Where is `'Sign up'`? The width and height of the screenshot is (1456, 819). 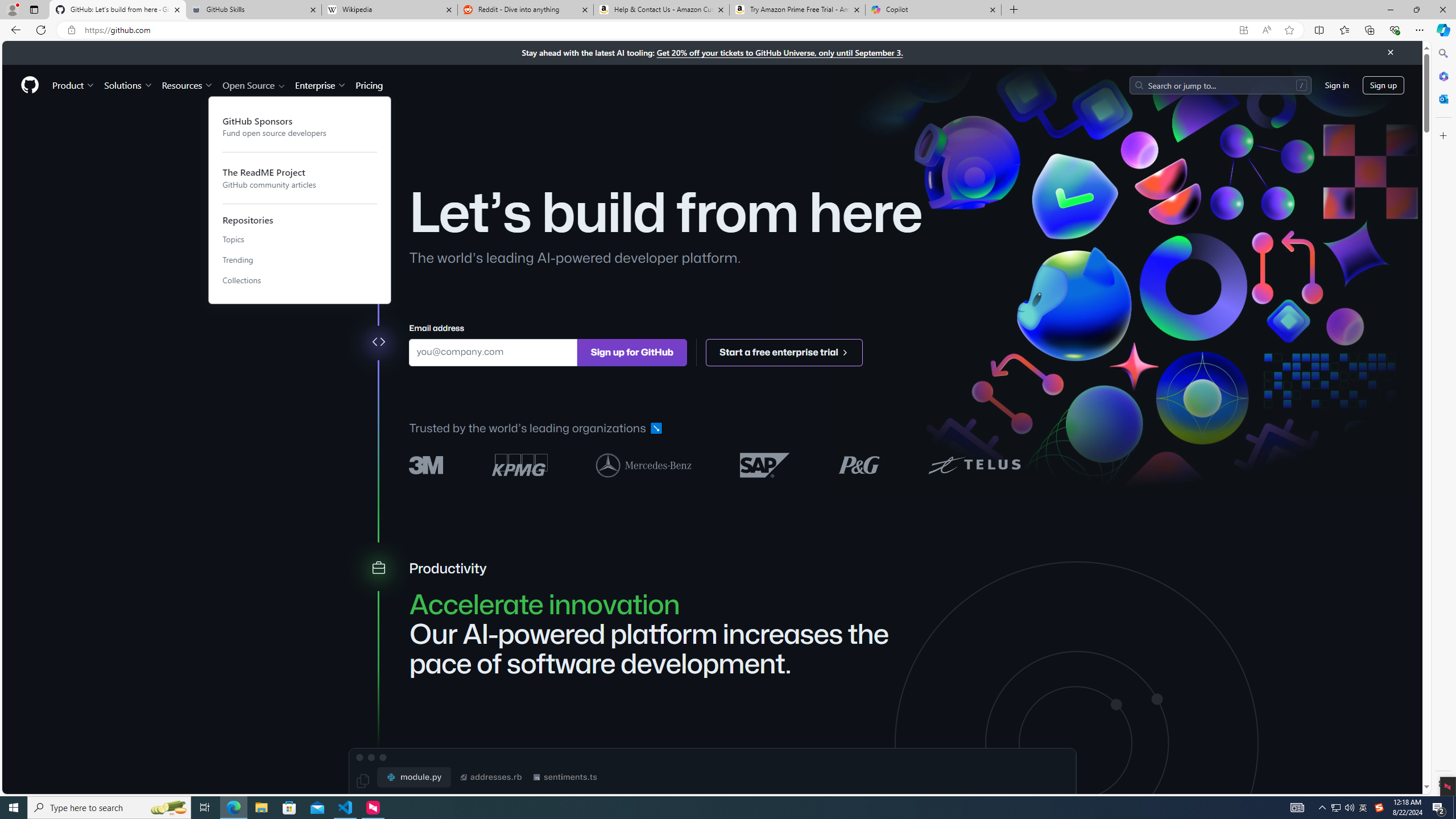
'Sign up' is located at coordinates (1383, 85).